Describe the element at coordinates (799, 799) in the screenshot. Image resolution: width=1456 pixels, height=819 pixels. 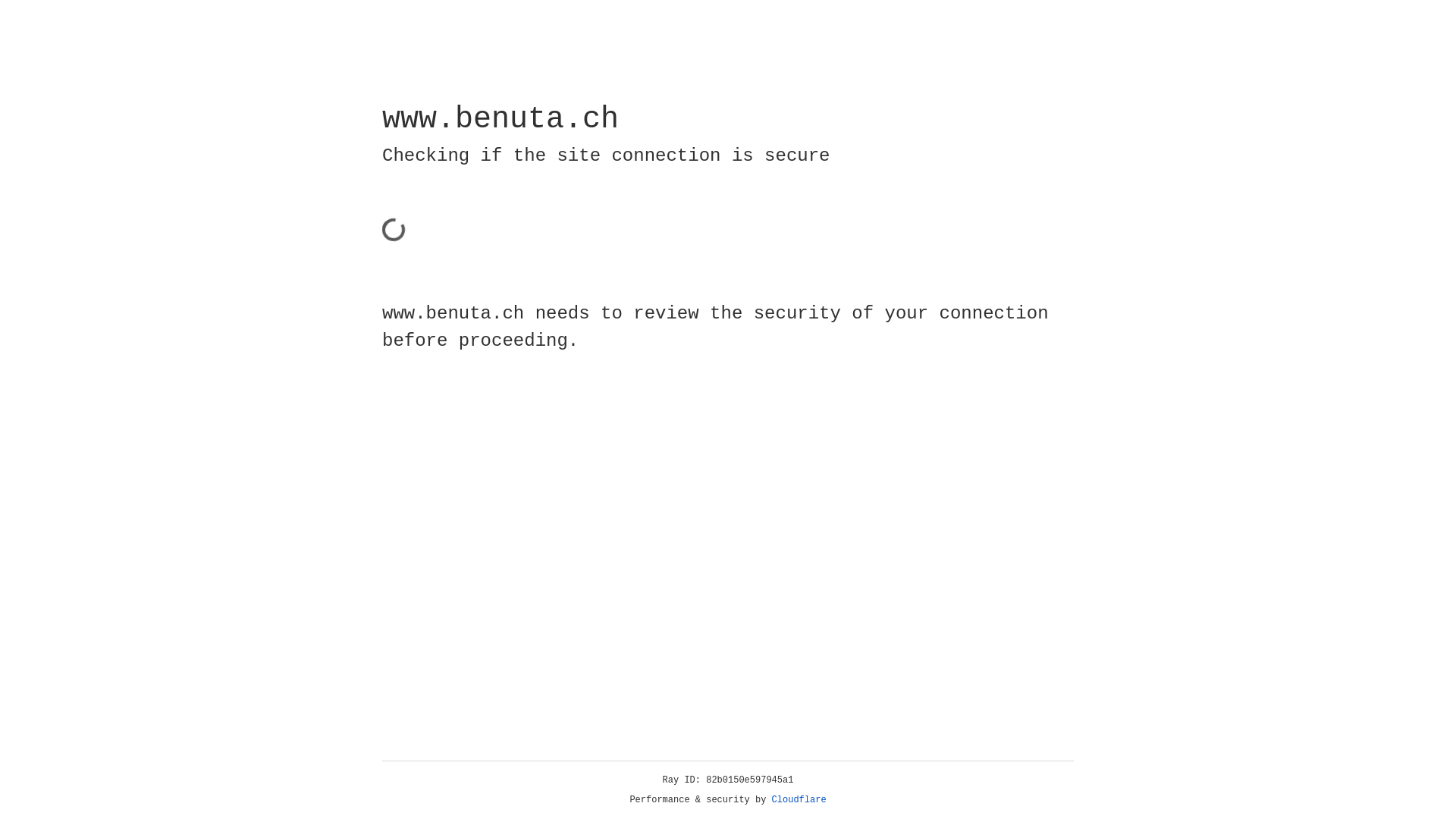
I see `'Cloudflare'` at that location.